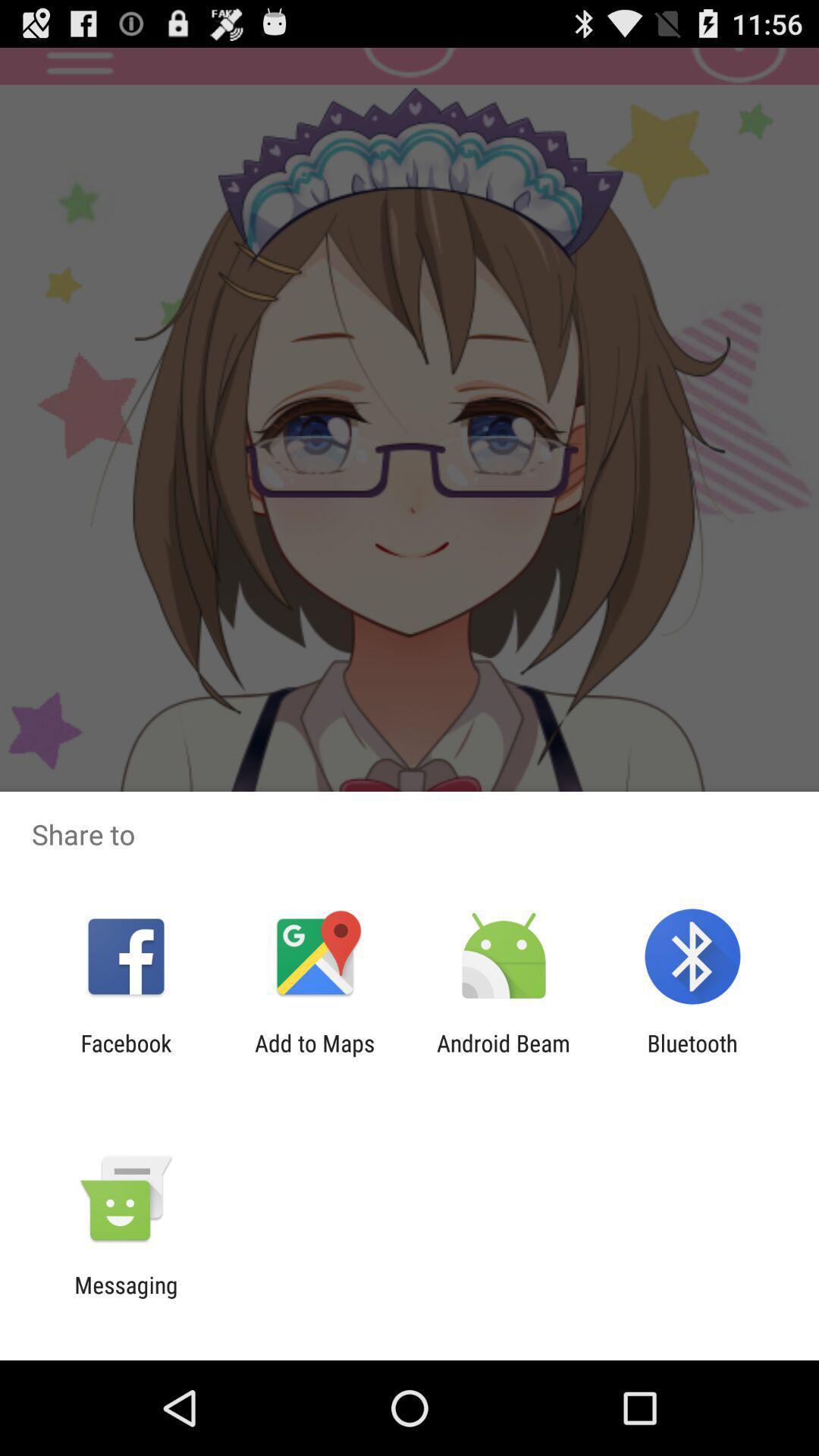 Image resolution: width=819 pixels, height=1456 pixels. I want to click on bluetooth icon, so click(692, 1056).